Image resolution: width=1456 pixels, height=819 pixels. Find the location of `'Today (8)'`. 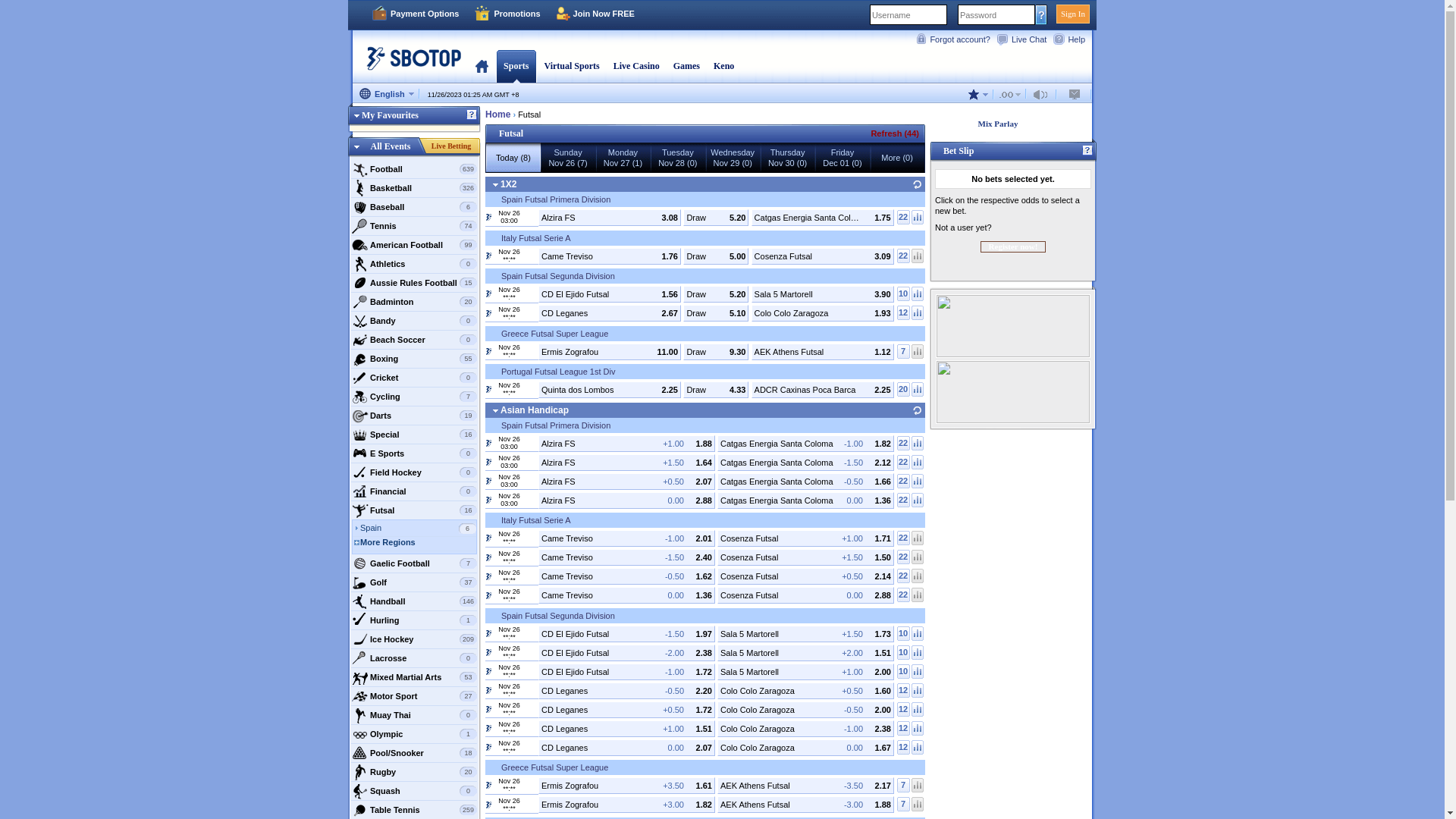

'Today (8)' is located at coordinates (513, 158).